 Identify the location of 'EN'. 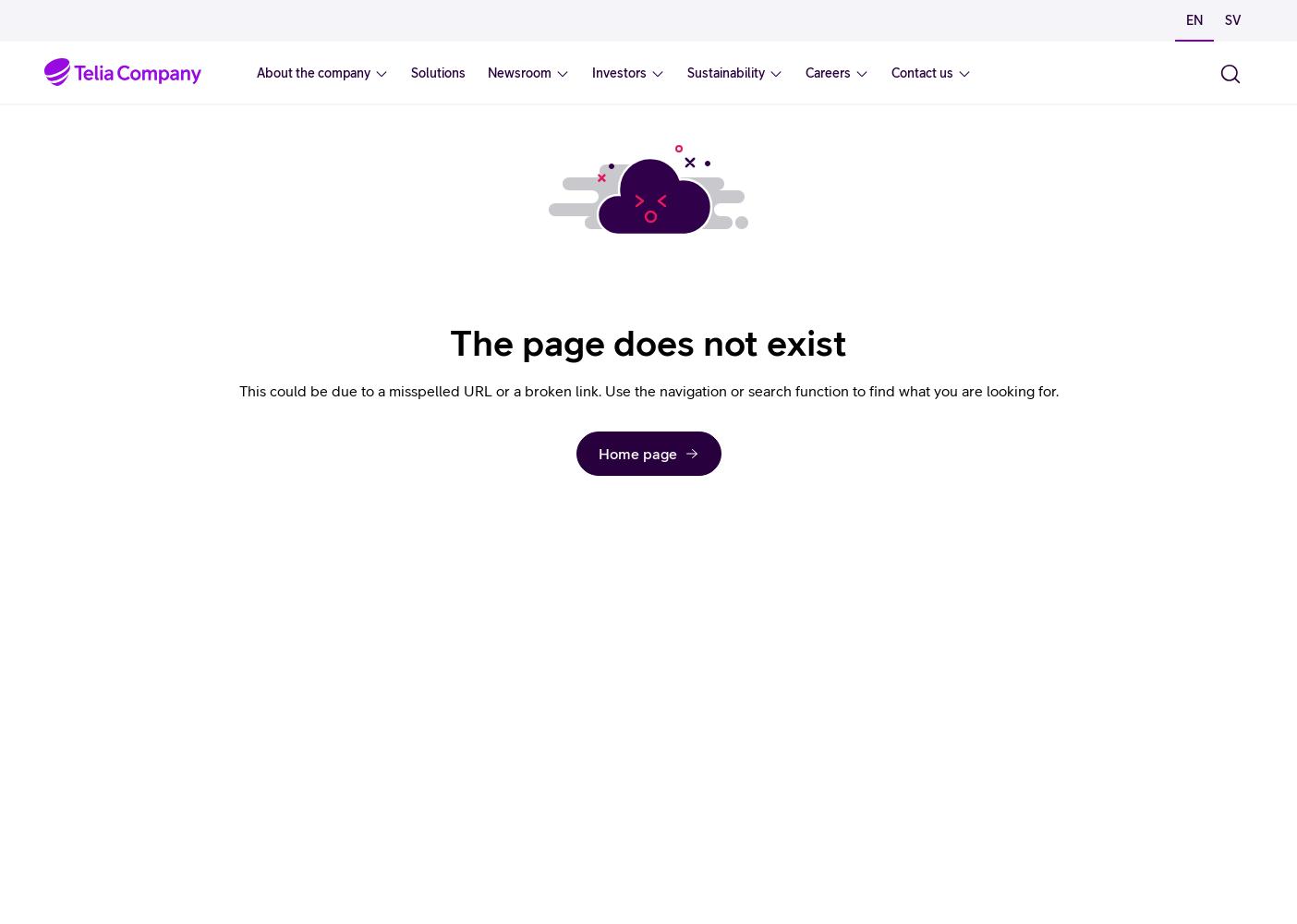
(1194, 20).